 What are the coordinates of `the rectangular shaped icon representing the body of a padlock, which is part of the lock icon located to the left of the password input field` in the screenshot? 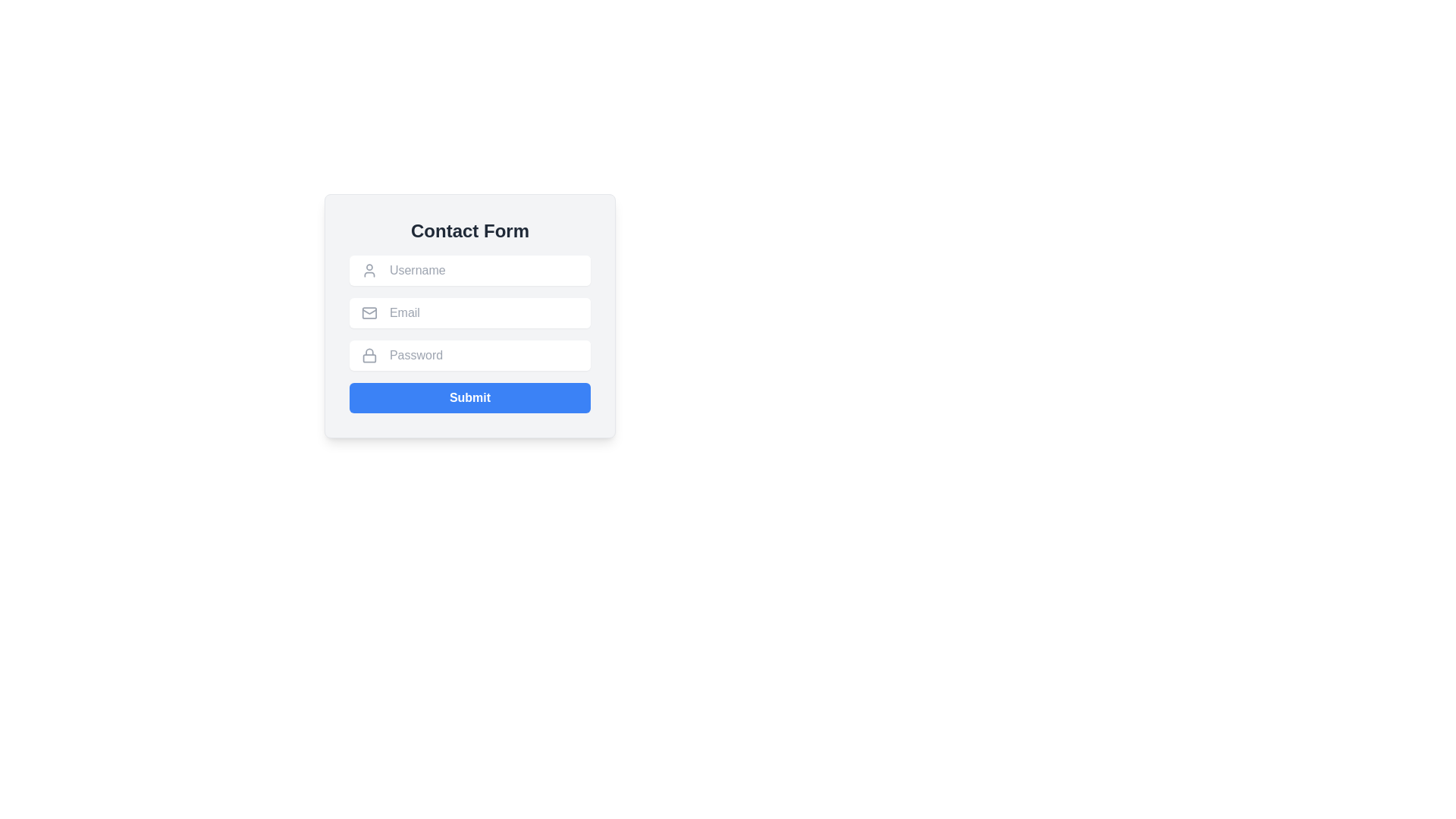 It's located at (369, 358).